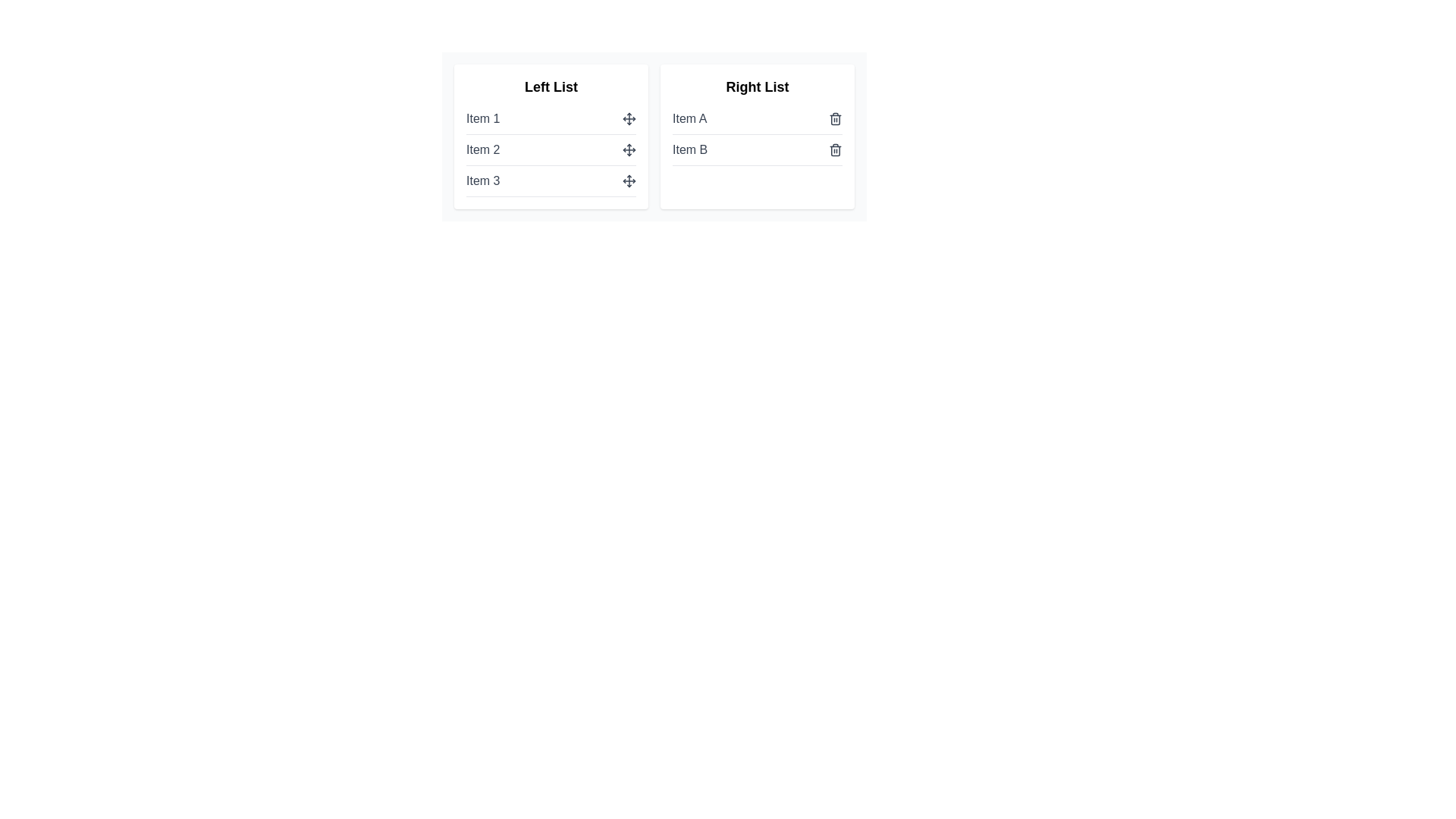 The width and height of the screenshot is (1456, 819). Describe the element at coordinates (550, 87) in the screenshot. I see `the titles of the lists to inspect their text content` at that location.